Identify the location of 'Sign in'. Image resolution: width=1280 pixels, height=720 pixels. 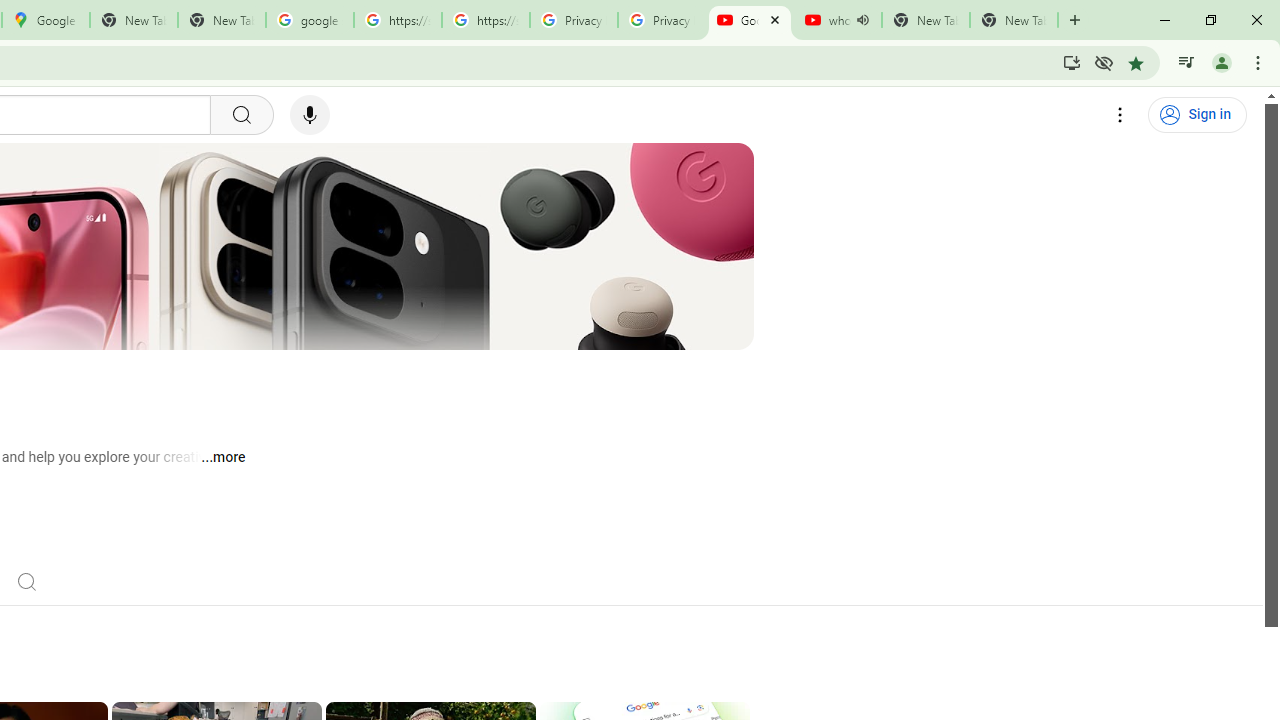
(1197, 115).